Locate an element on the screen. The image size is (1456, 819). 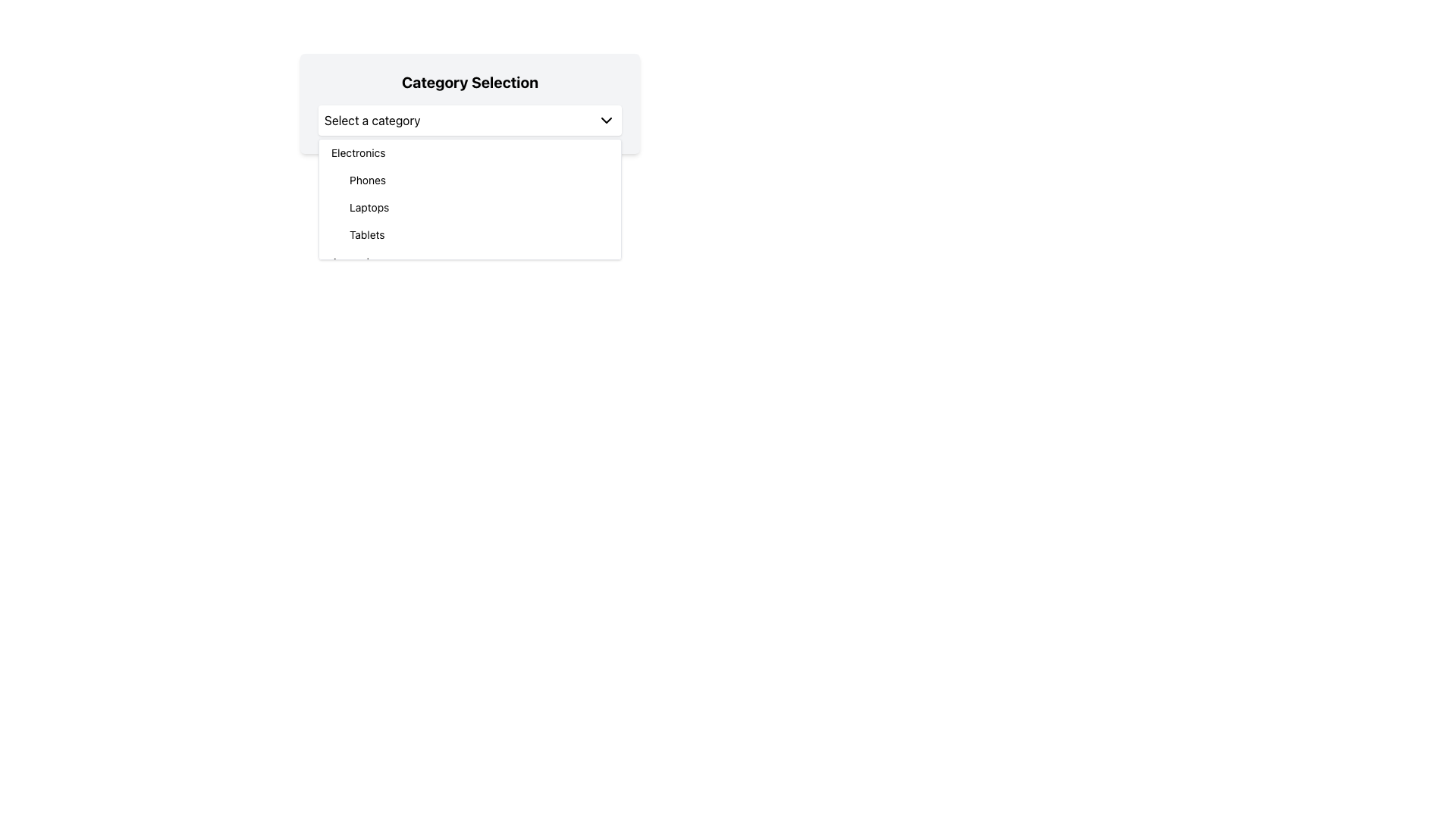
the 'Electronics' option in the dropdown menu under 'Category Selection' is located at coordinates (469, 152).